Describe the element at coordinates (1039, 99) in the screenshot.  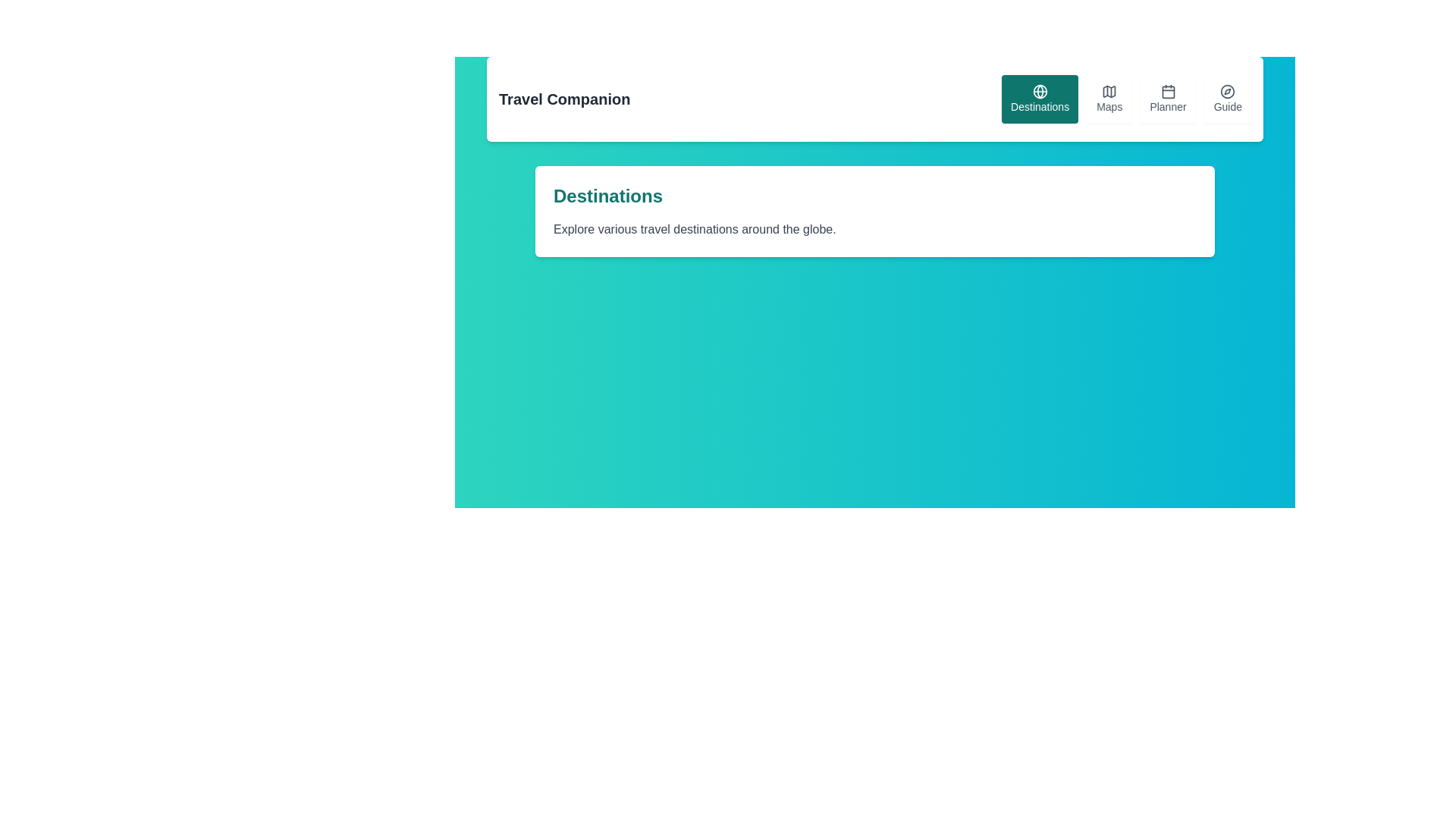
I see `the Destinations button in the top right section of the interface` at that location.